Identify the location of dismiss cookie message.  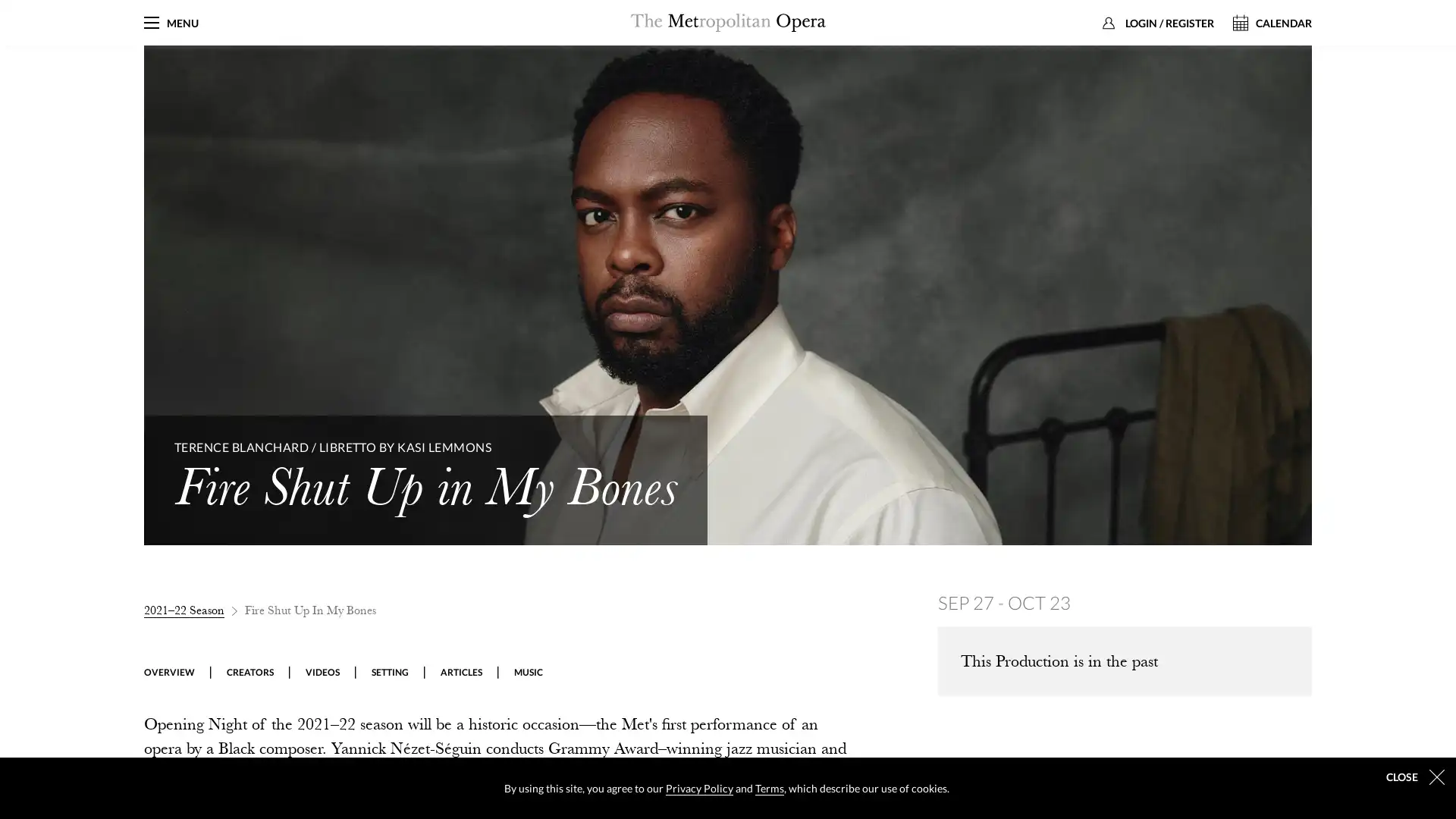
(1414, 777).